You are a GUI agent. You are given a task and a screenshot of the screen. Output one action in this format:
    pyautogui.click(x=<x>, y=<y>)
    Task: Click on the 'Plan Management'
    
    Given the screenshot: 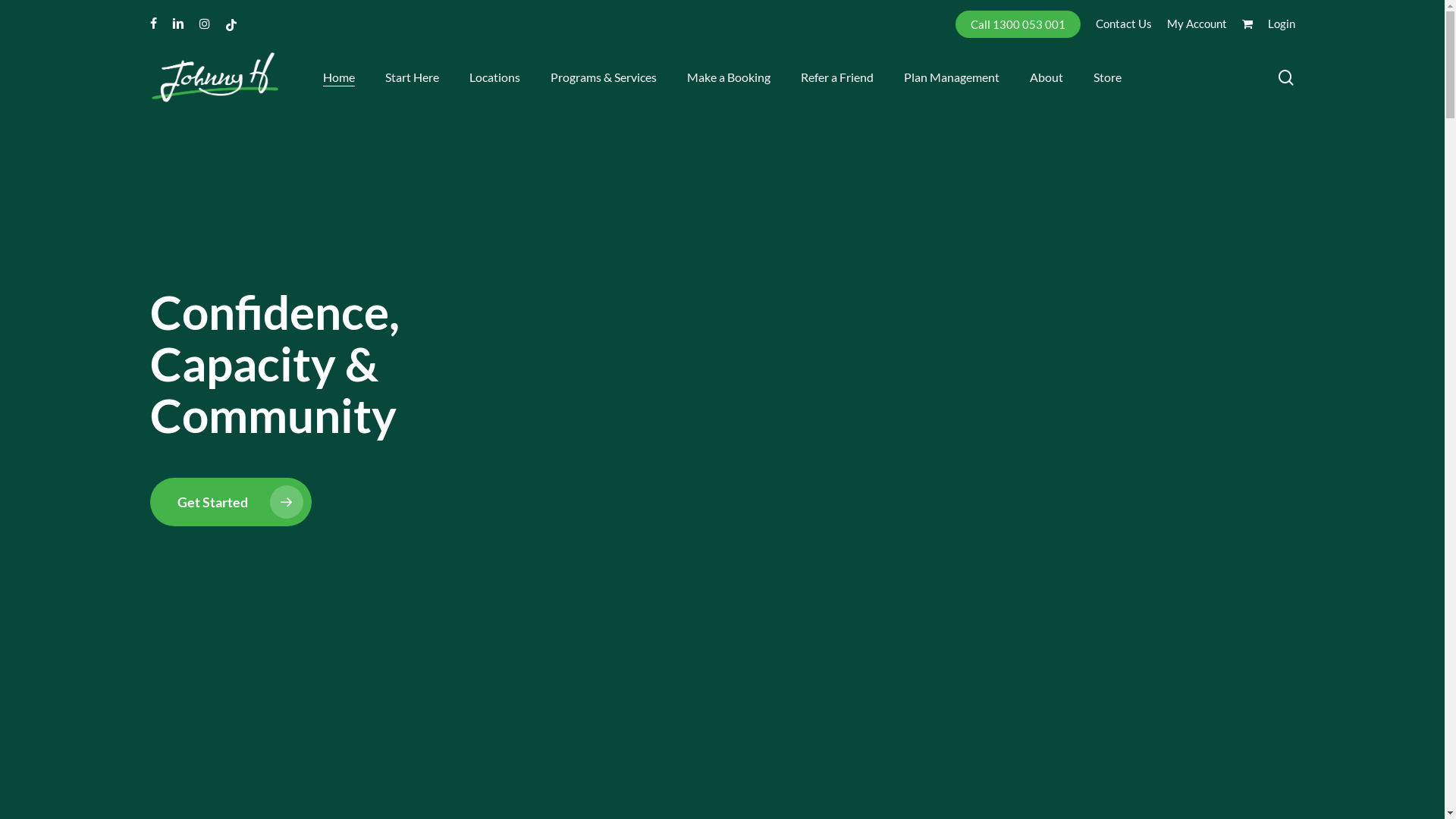 What is the action you would take?
    pyautogui.click(x=903, y=77)
    